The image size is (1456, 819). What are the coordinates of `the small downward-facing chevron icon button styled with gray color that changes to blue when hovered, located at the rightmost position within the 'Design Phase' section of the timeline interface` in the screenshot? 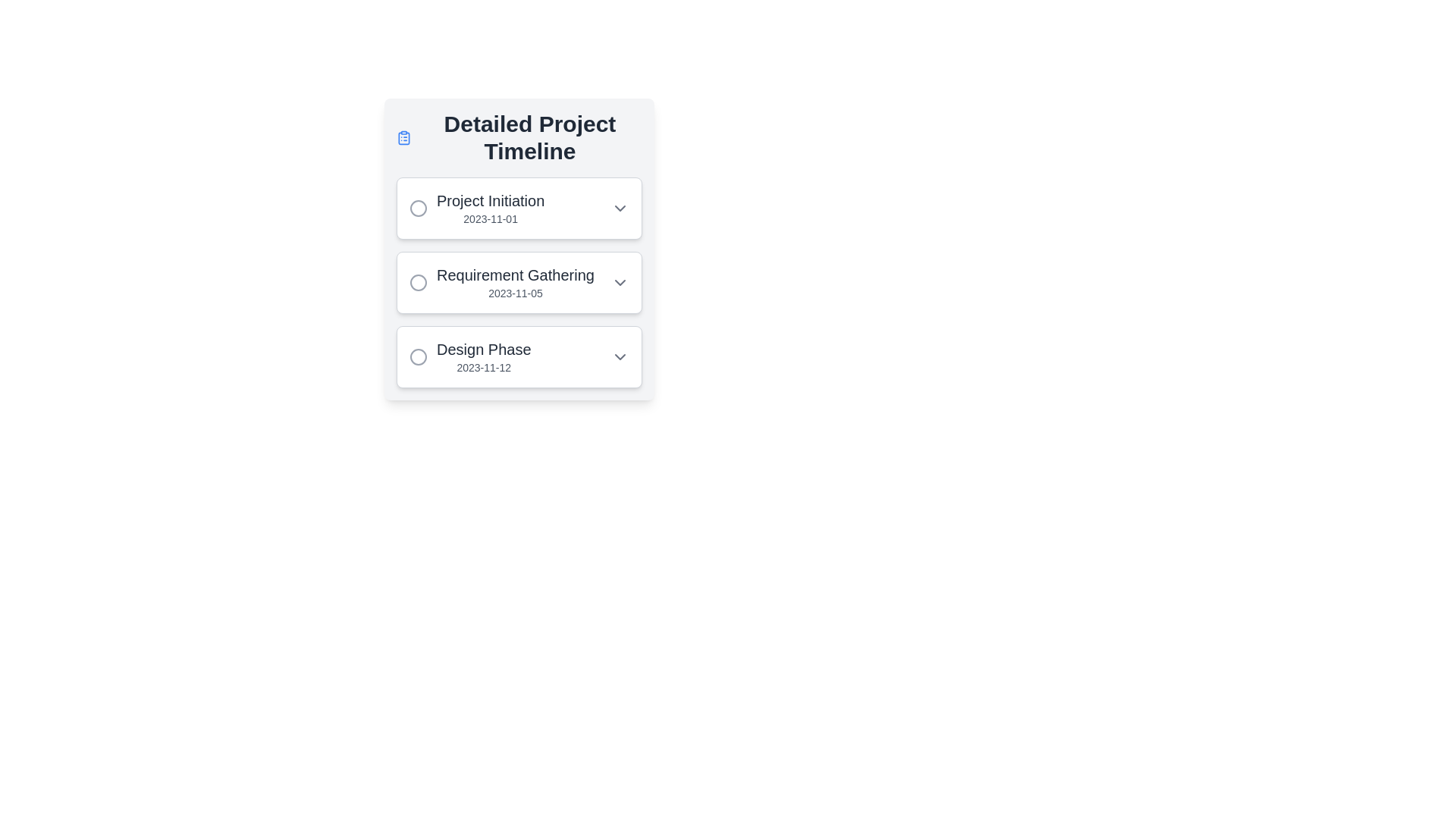 It's located at (620, 356).